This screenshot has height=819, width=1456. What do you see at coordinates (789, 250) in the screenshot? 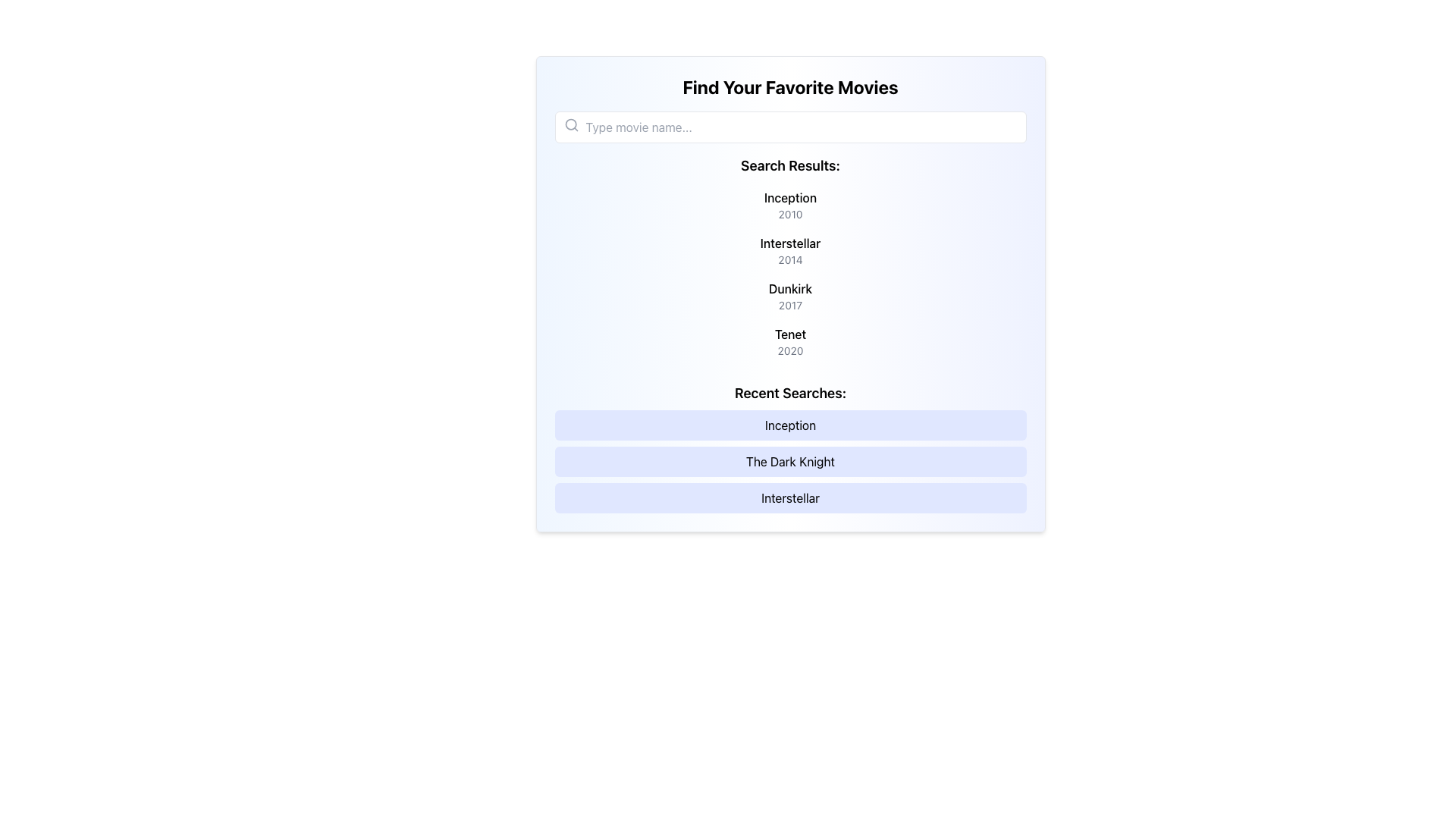
I see `the second list item` at bounding box center [789, 250].